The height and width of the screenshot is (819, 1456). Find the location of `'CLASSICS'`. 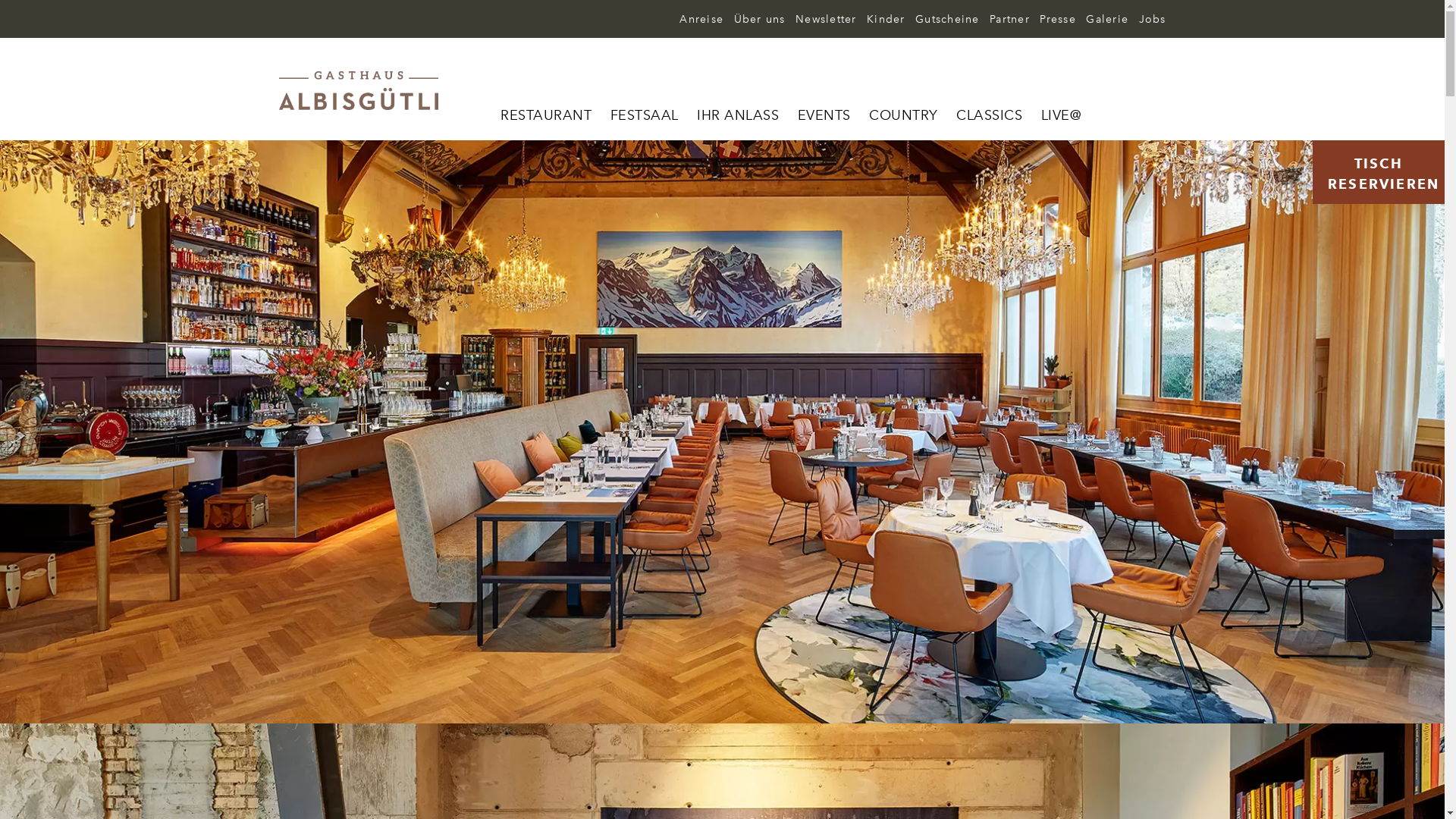

'CLASSICS' is located at coordinates (989, 116).